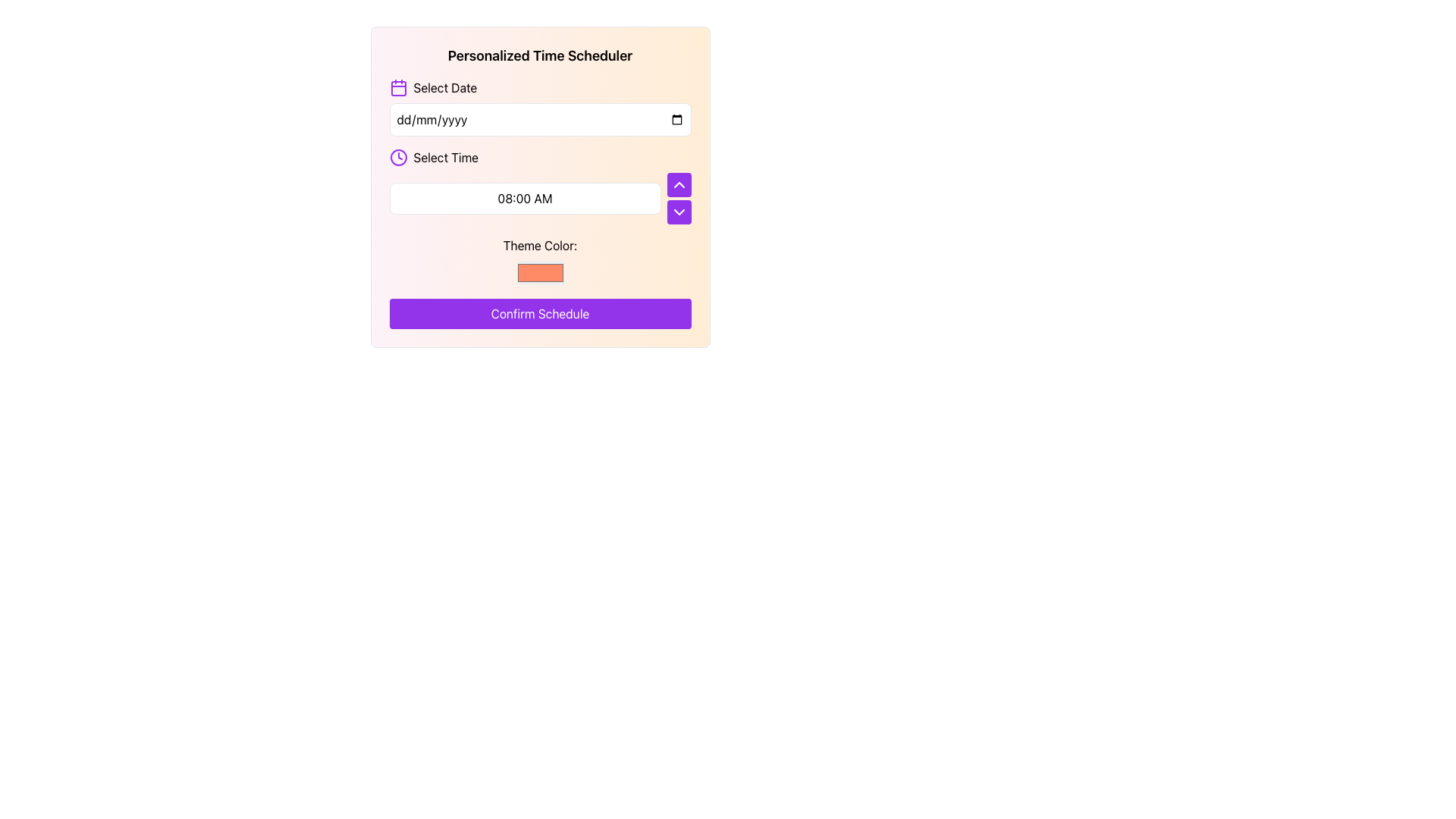 The image size is (1456, 819). I want to click on the small, rounded purple button with a white chevron icon pointing upwards to adjust time upward, so click(678, 184).